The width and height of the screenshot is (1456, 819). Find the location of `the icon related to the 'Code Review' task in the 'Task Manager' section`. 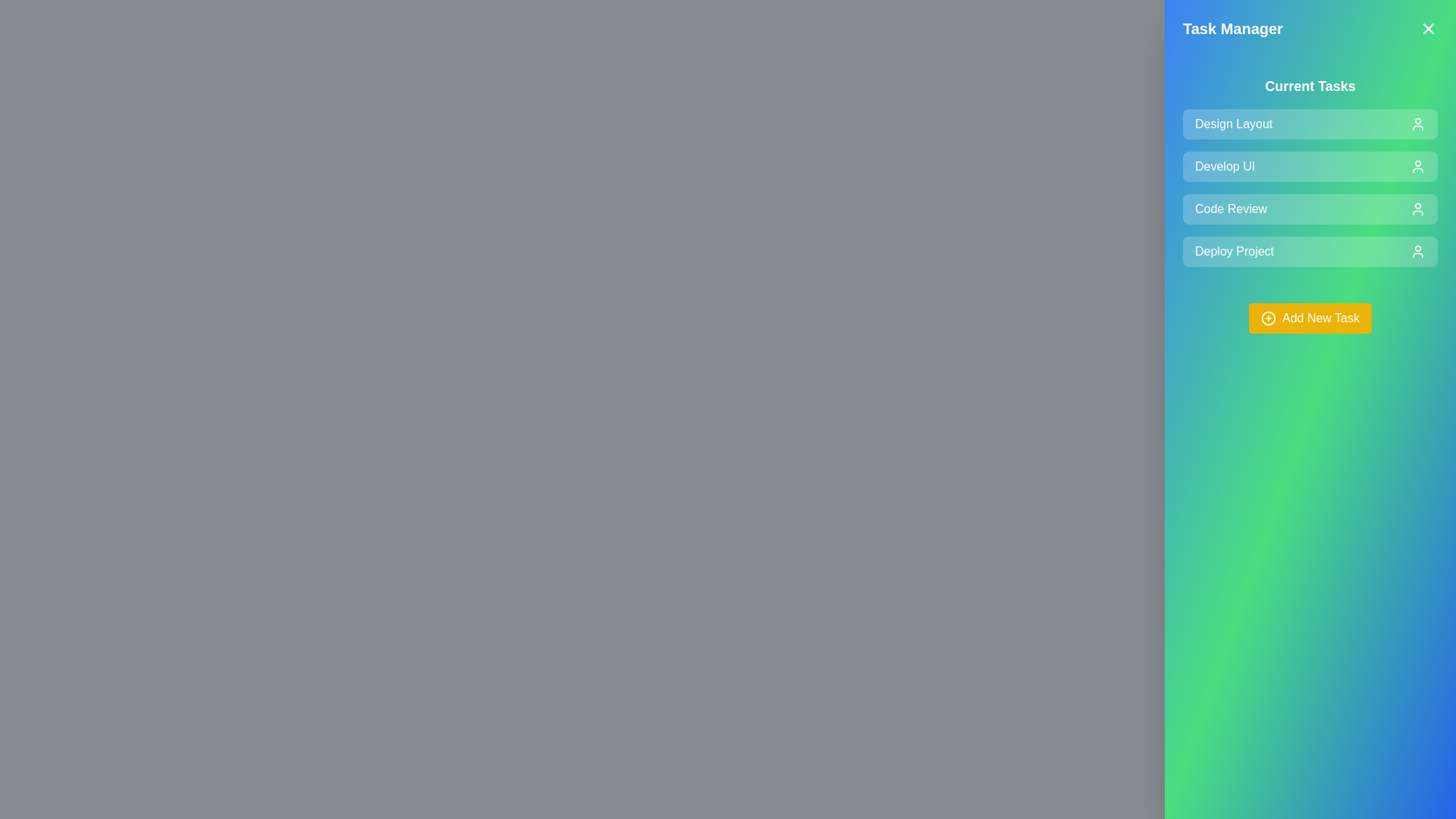

the icon related to the 'Code Review' task in the 'Task Manager' section is located at coordinates (1417, 209).